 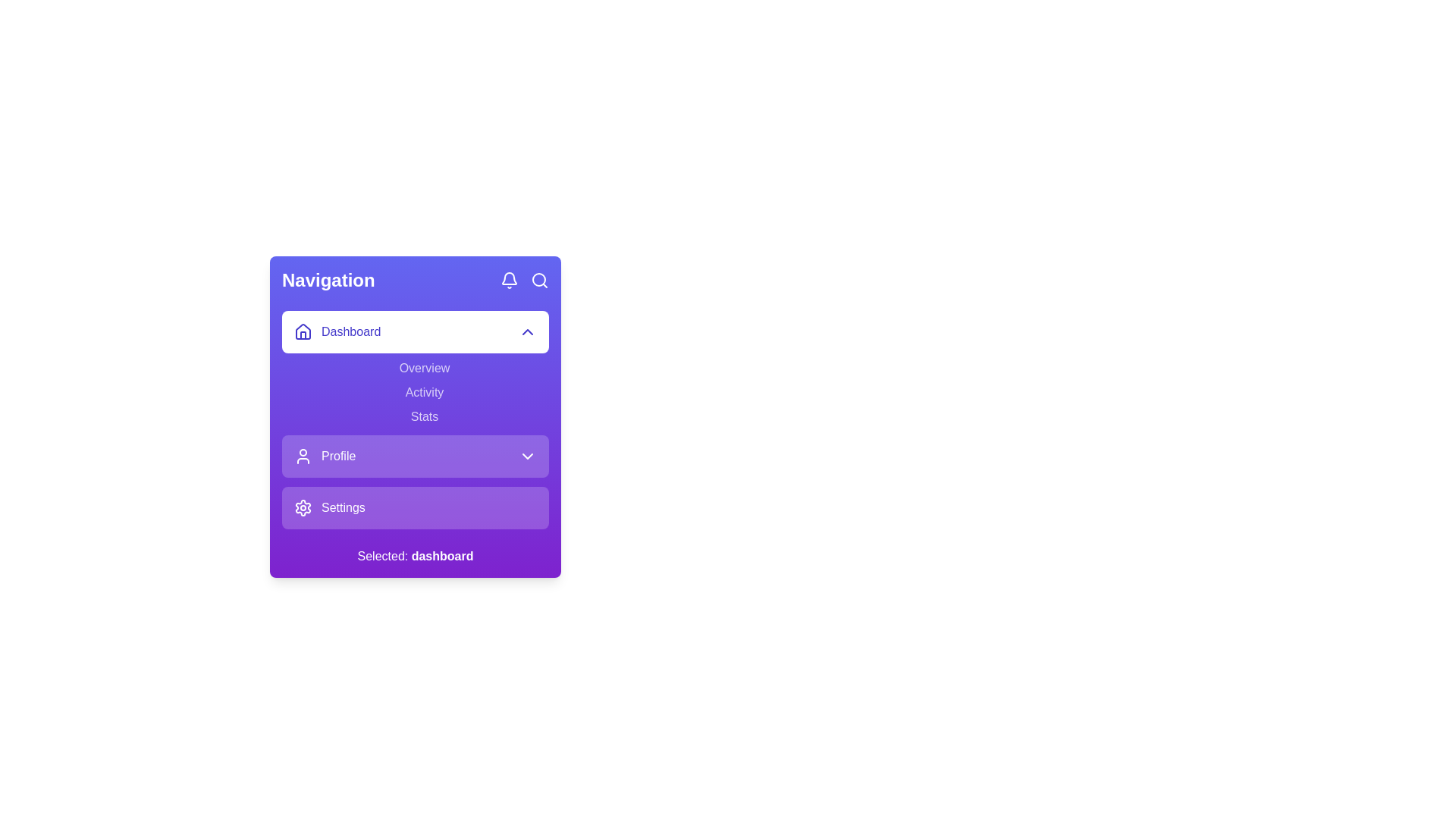 What do you see at coordinates (415, 369) in the screenshot?
I see `the dropdown menu items under the 'Dashboard' section` at bounding box center [415, 369].